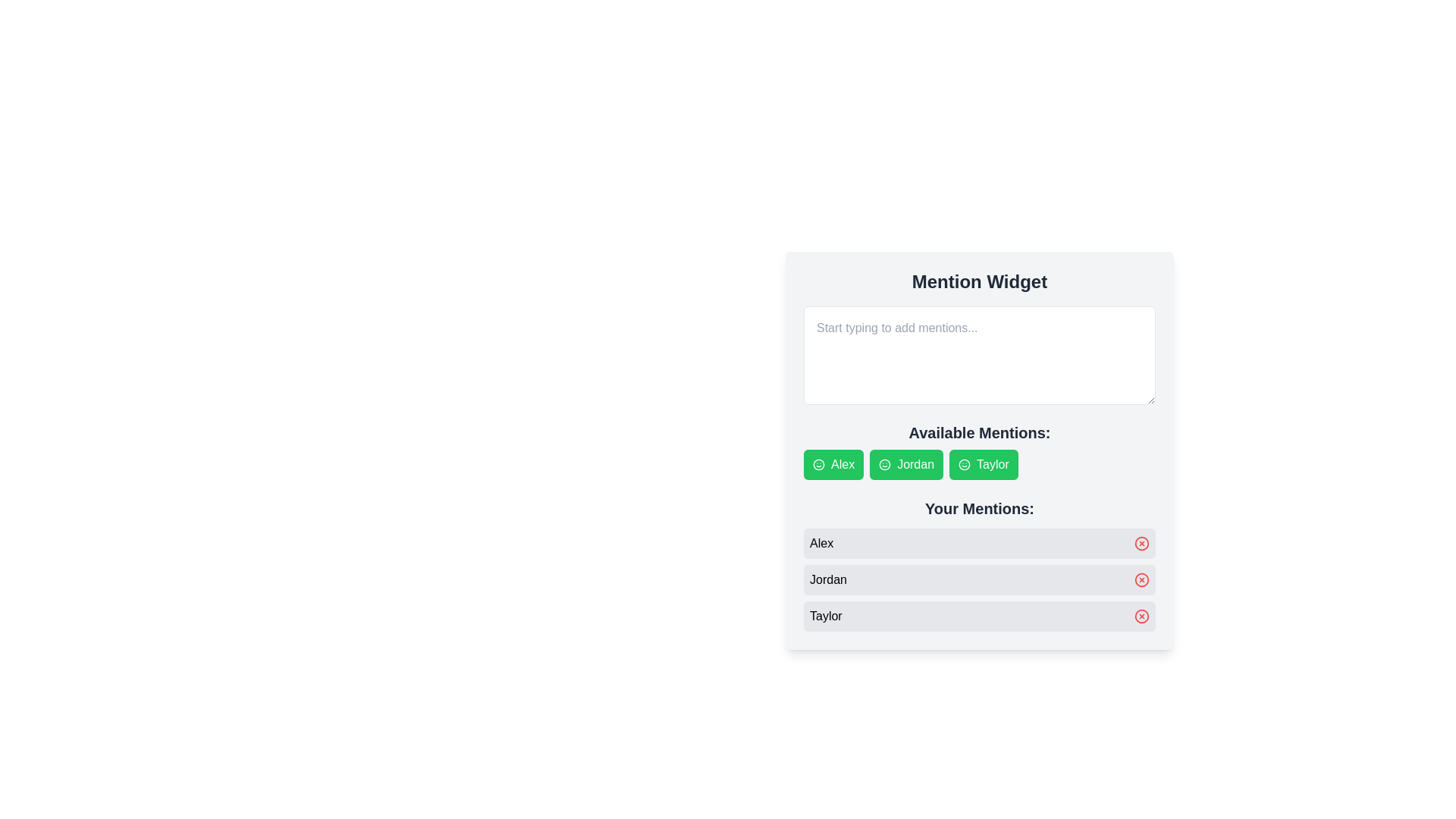 The width and height of the screenshot is (1456, 819). What do you see at coordinates (979, 509) in the screenshot?
I see `text label that displays 'Your Mentions:' to understand the section's purpose` at bounding box center [979, 509].